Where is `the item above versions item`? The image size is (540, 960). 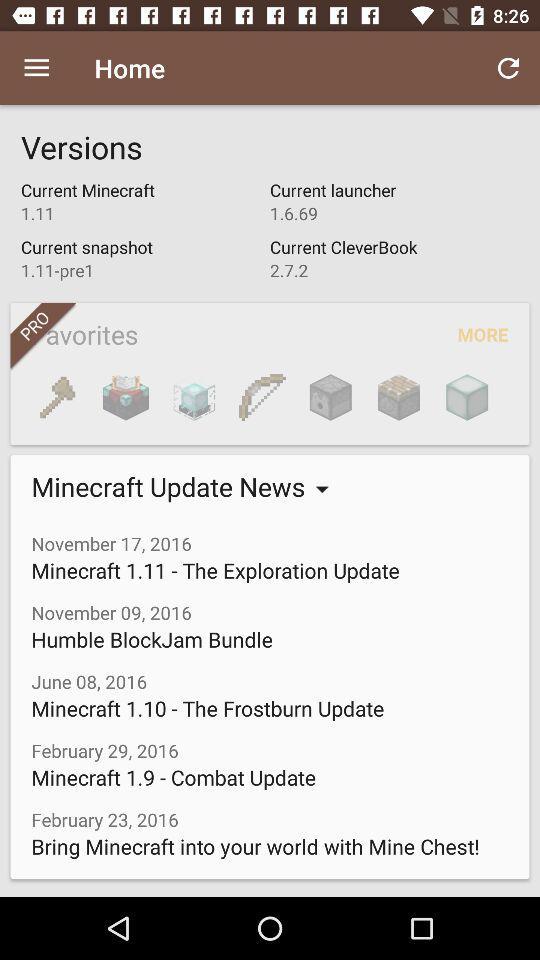
the item above versions item is located at coordinates (36, 68).